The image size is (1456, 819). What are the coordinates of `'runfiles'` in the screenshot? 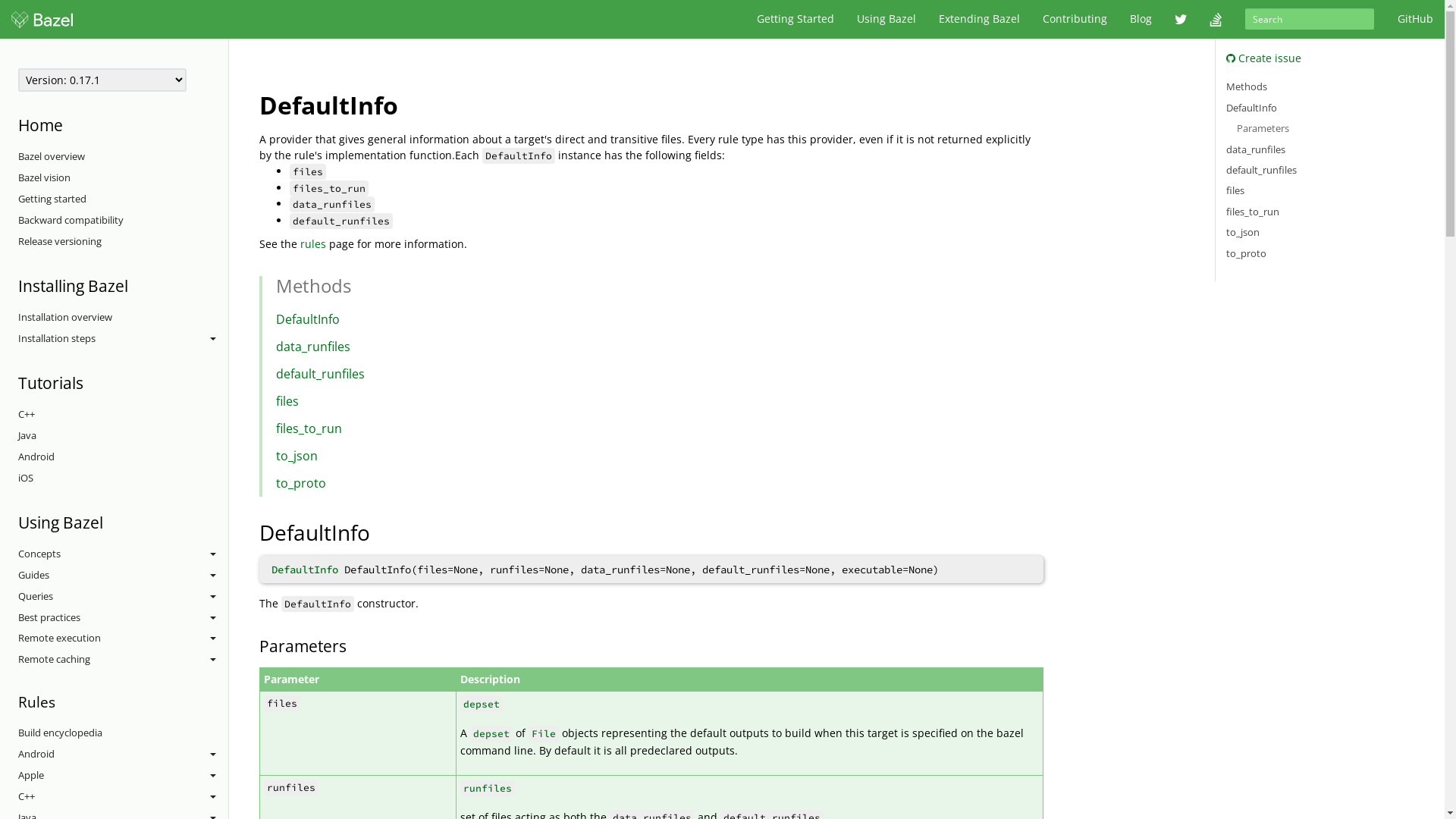 It's located at (462, 787).